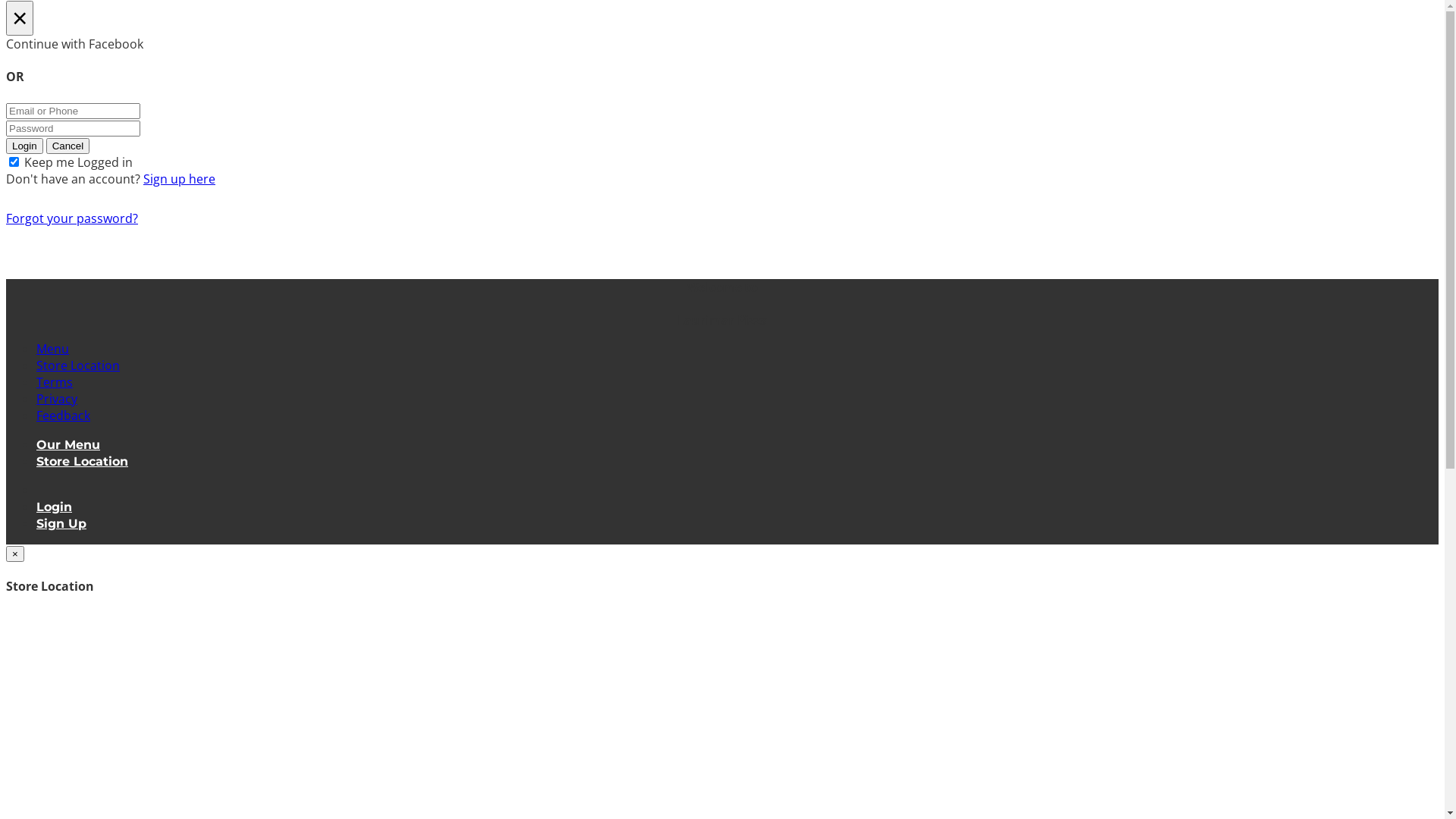 This screenshot has height=819, width=1456. What do you see at coordinates (52, 348) in the screenshot?
I see `'Menu'` at bounding box center [52, 348].